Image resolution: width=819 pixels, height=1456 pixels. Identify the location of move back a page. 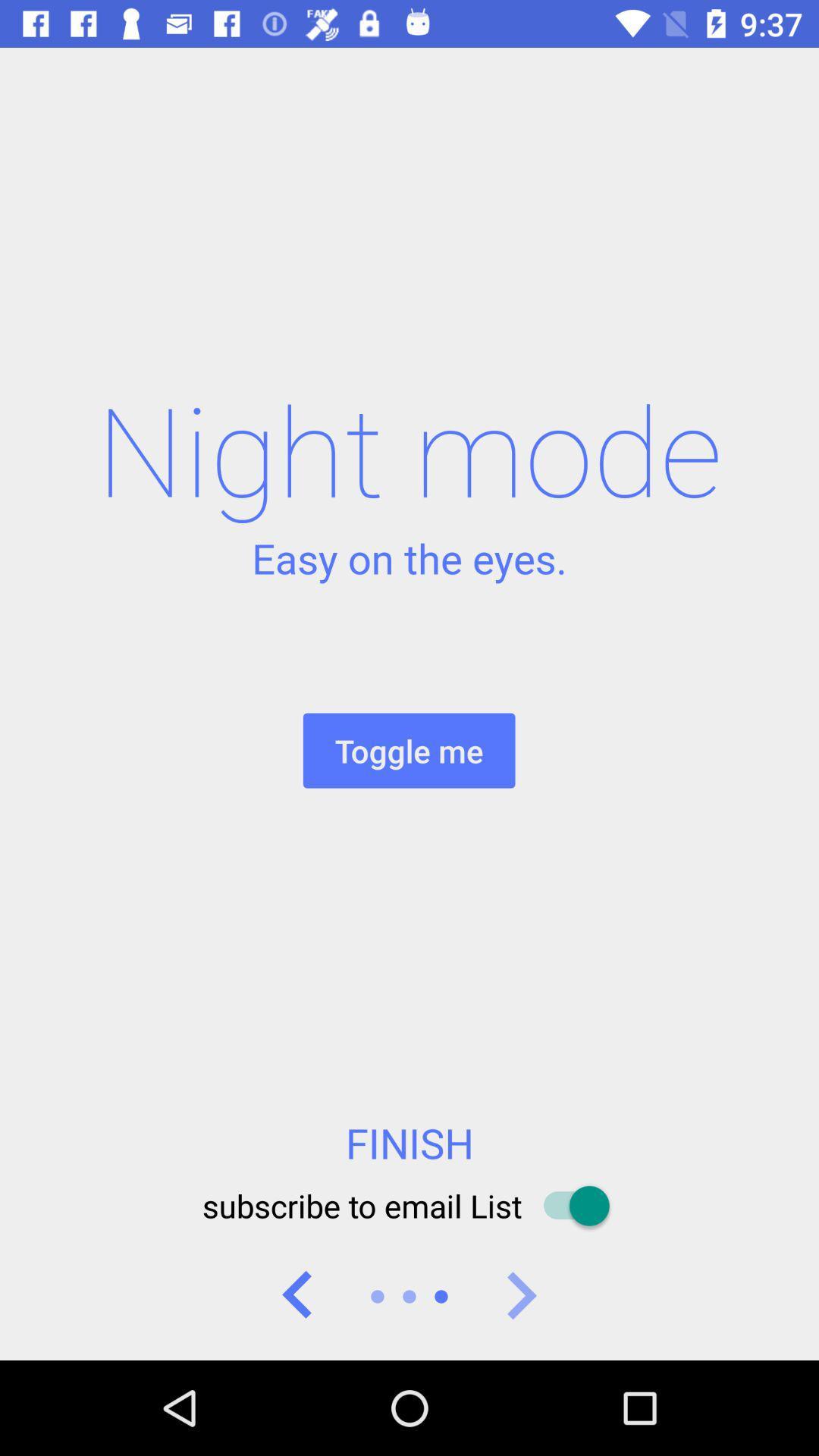
(298, 1295).